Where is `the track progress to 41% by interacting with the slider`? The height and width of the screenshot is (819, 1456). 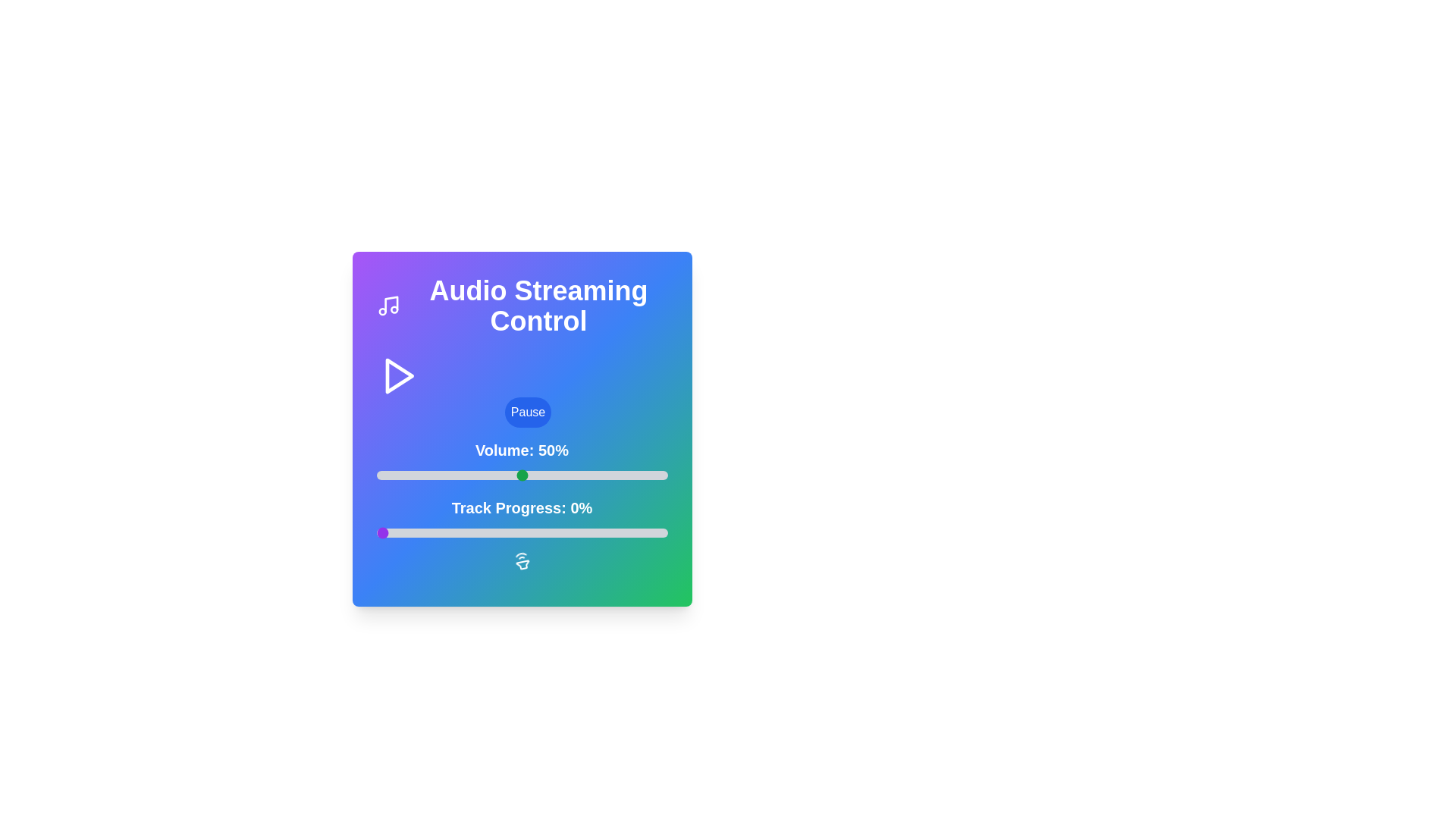
the track progress to 41% by interacting with the slider is located at coordinates (495, 532).